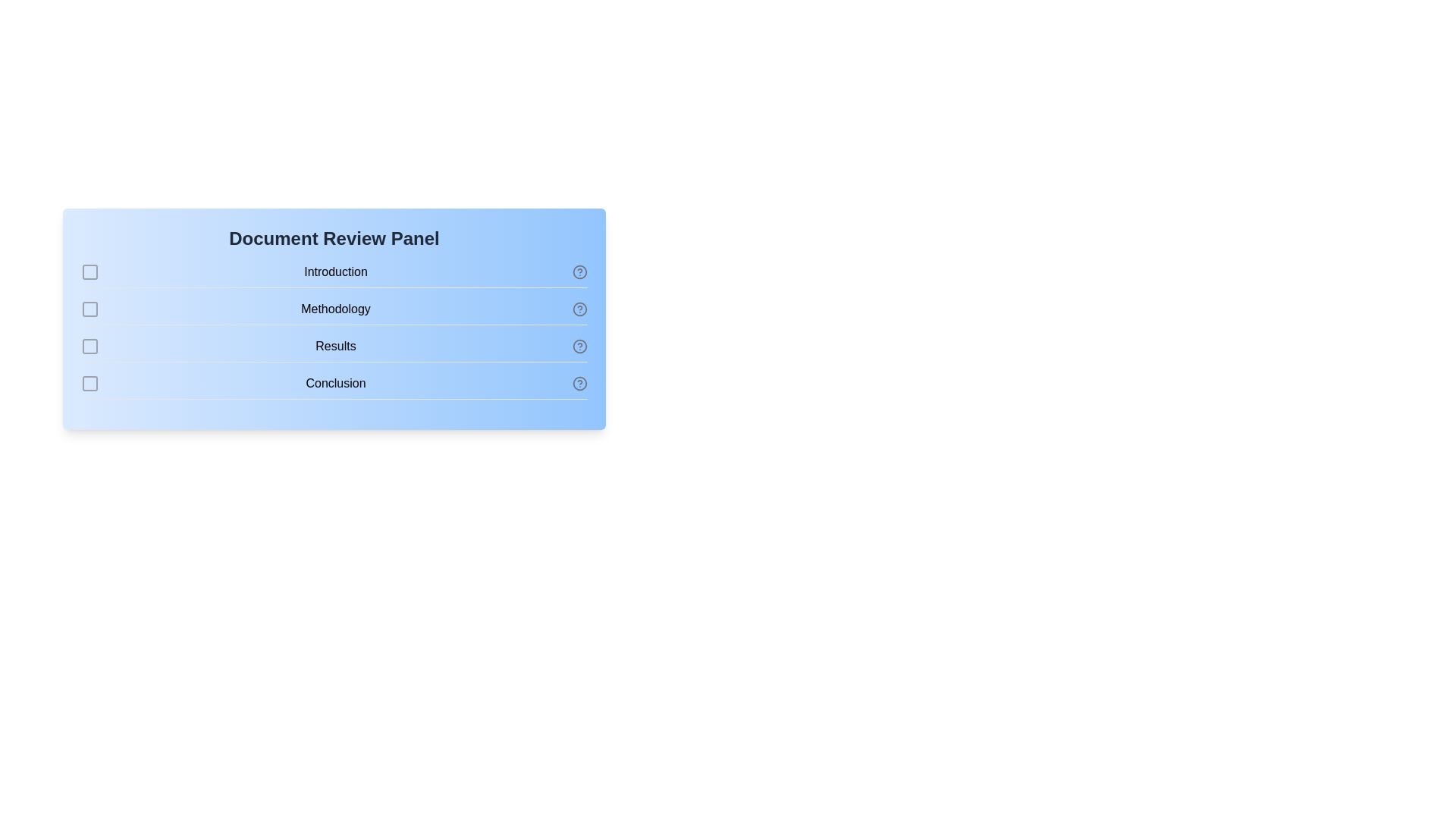  What do you see at coordinates (89, 309) in the screenshot?
I see `the section Methodology` at bounding box center [89, 309].